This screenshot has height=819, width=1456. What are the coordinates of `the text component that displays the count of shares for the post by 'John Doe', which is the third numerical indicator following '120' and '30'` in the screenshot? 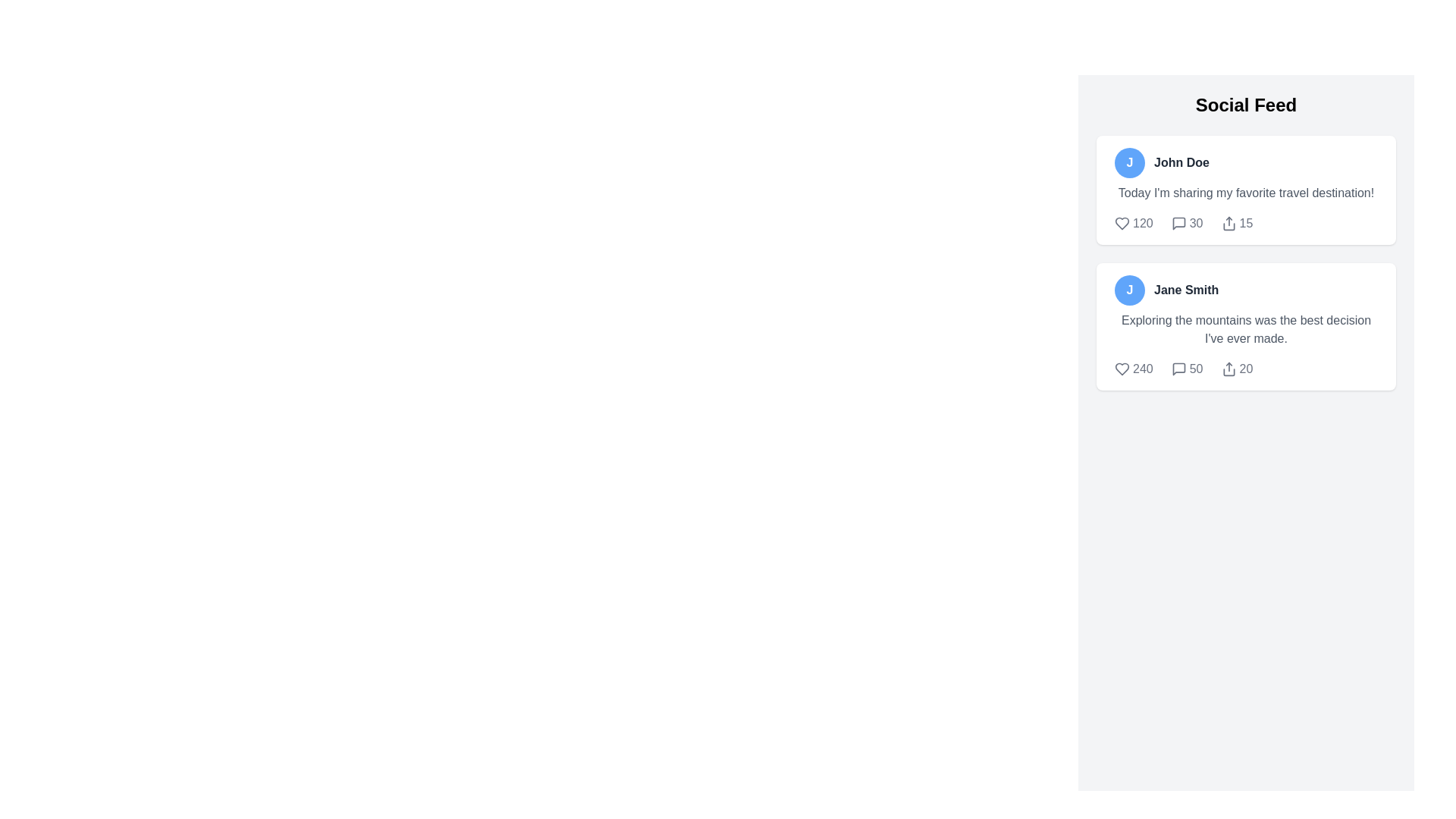 It's located at (1246, 223).